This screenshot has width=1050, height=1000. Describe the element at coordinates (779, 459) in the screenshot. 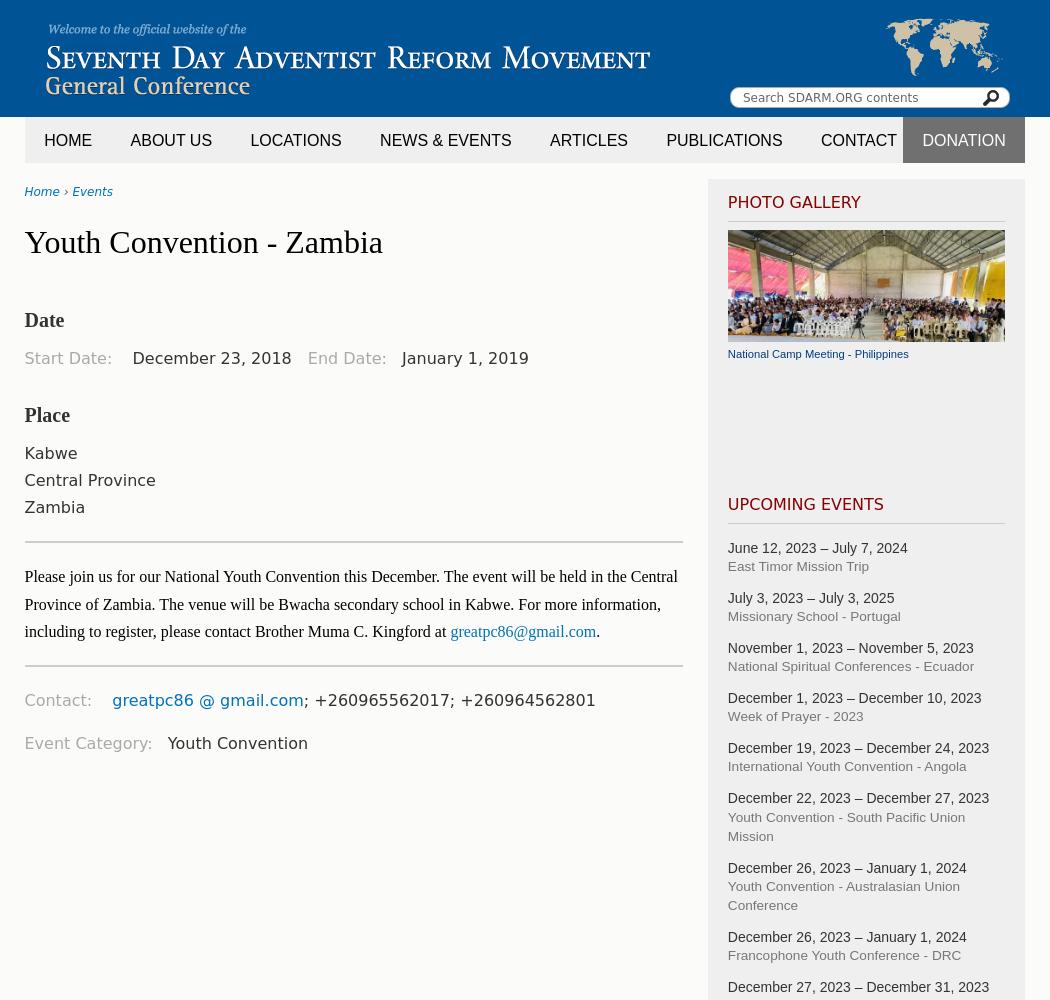

I see `'Baptisms - Indonesia'` at that location.